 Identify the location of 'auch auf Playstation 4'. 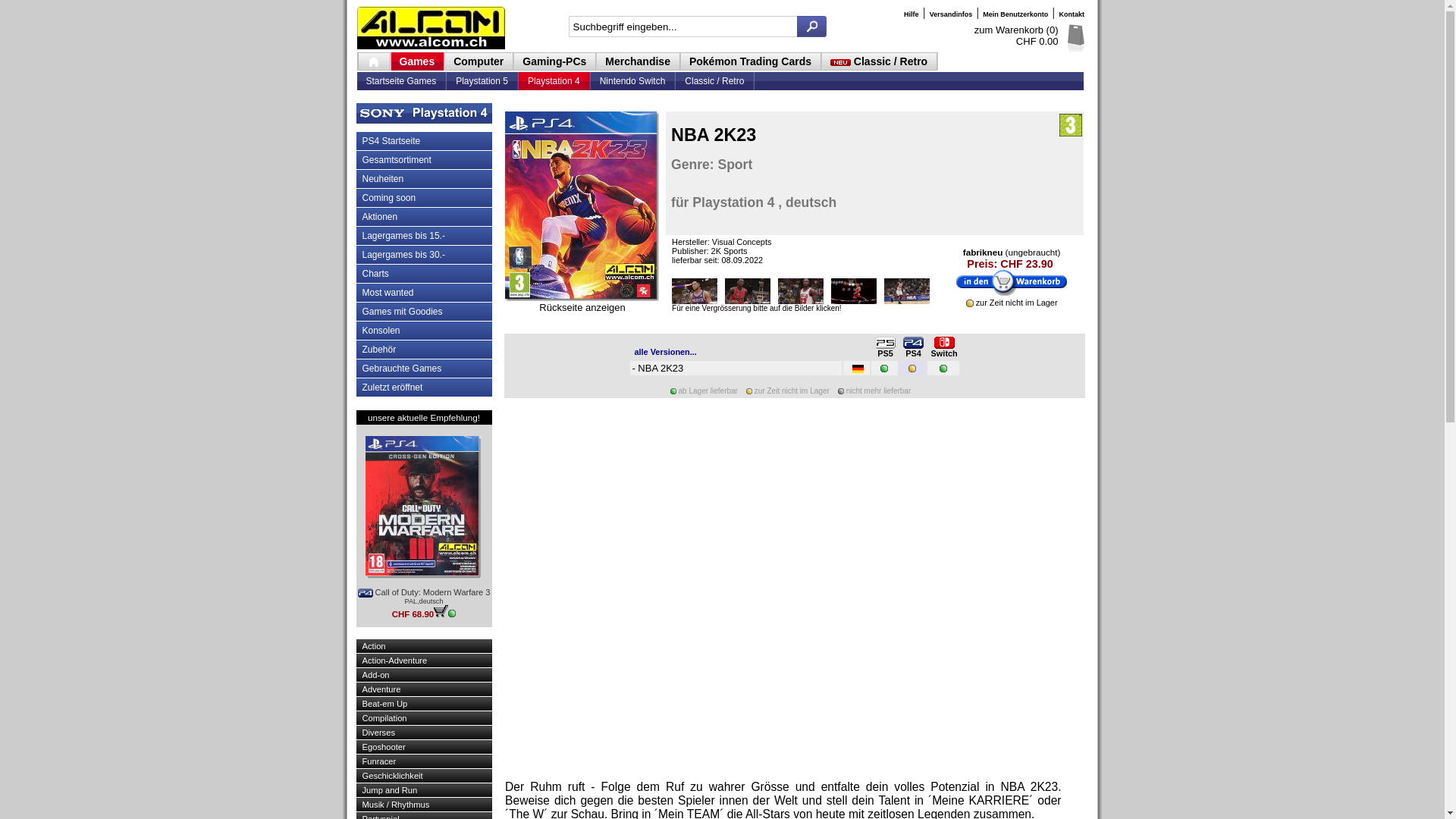
(902, 342).